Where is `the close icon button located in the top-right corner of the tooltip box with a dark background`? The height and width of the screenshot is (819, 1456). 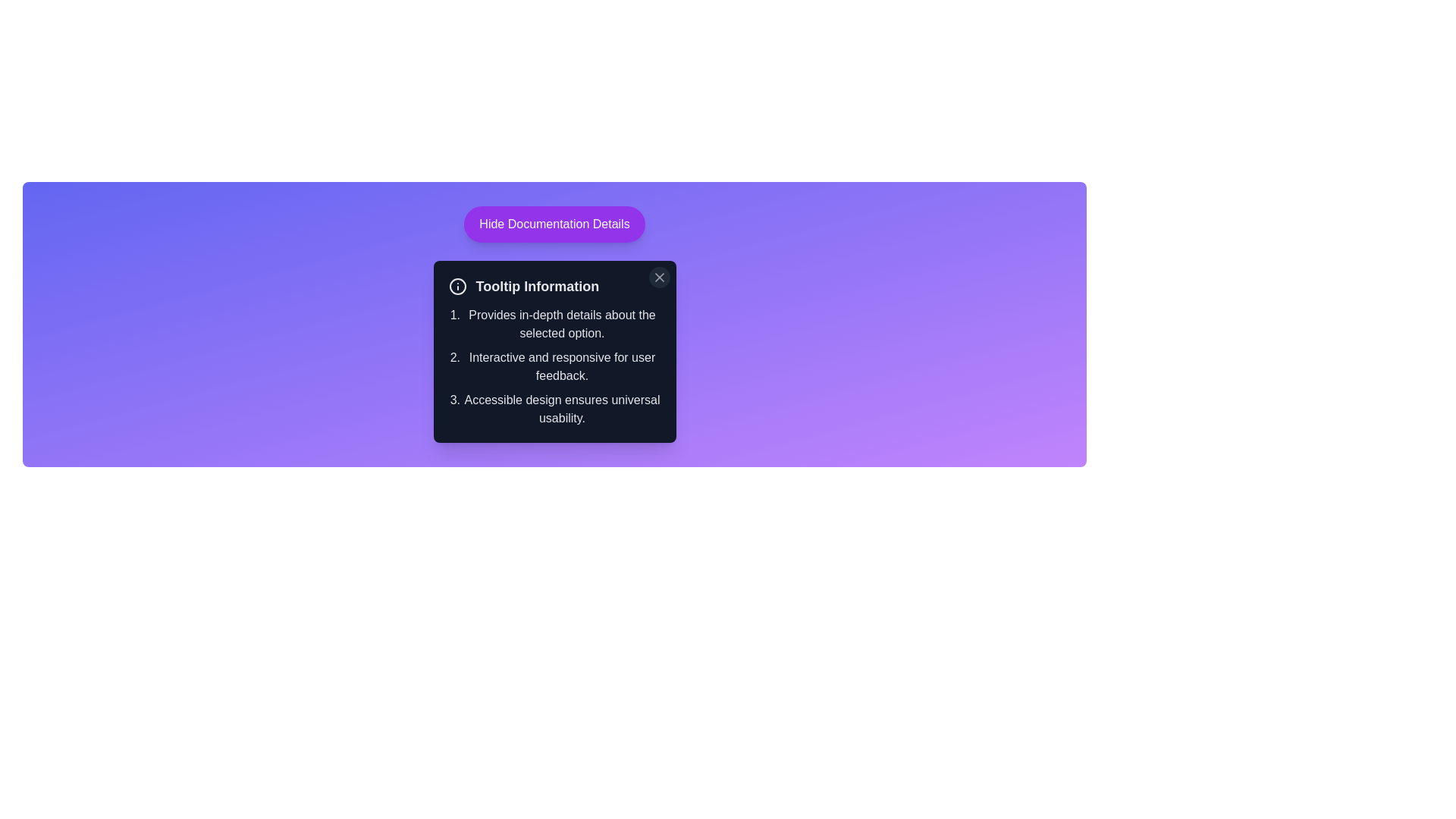
the close icon button located in the top-right corner of the tooltip box with a dark background is located at coordinates (659, 278).